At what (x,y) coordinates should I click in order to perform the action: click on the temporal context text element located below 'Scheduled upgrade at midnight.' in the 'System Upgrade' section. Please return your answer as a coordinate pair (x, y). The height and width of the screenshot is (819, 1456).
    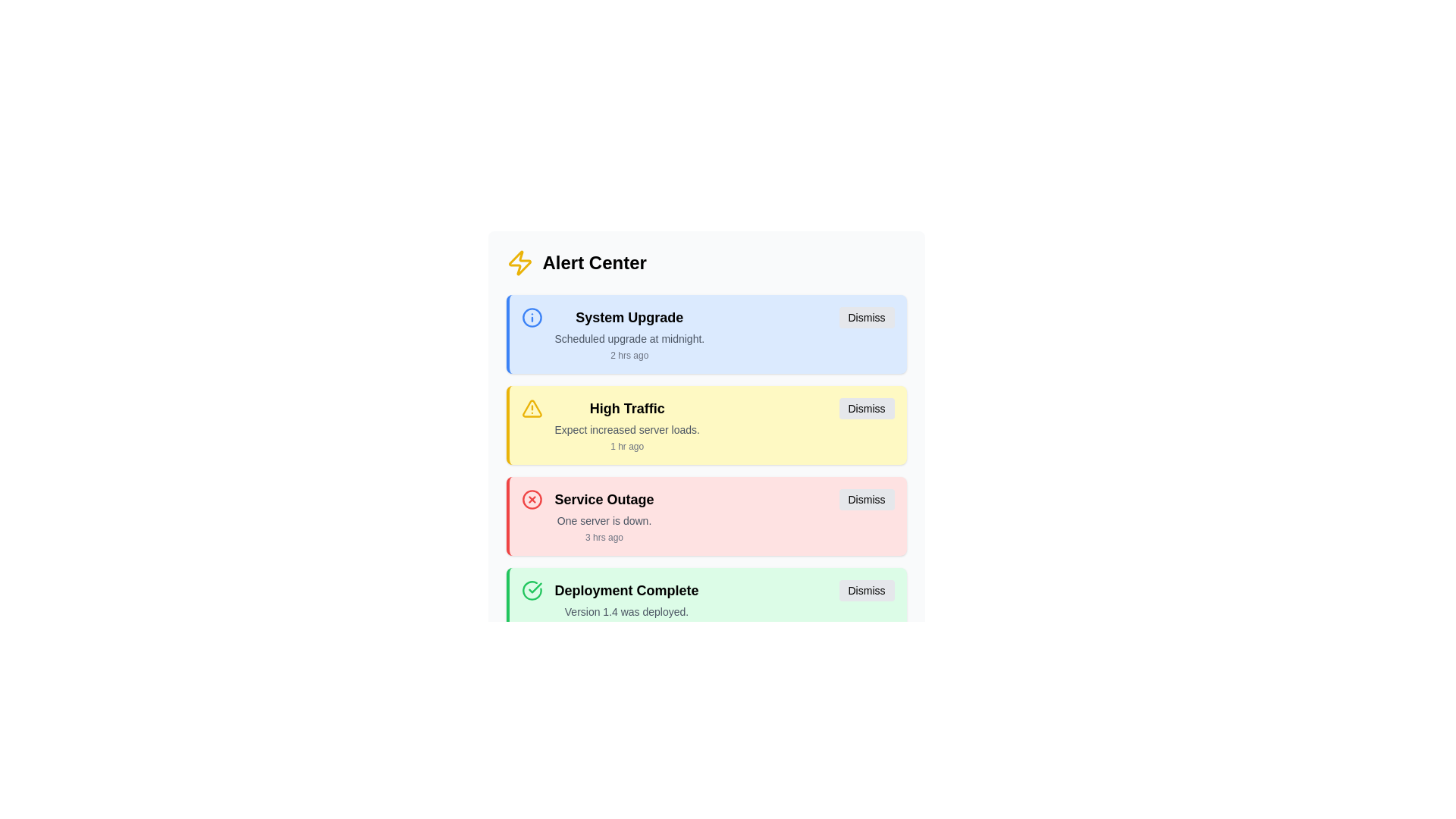
    Looking at the image, I should click on (629, 356).